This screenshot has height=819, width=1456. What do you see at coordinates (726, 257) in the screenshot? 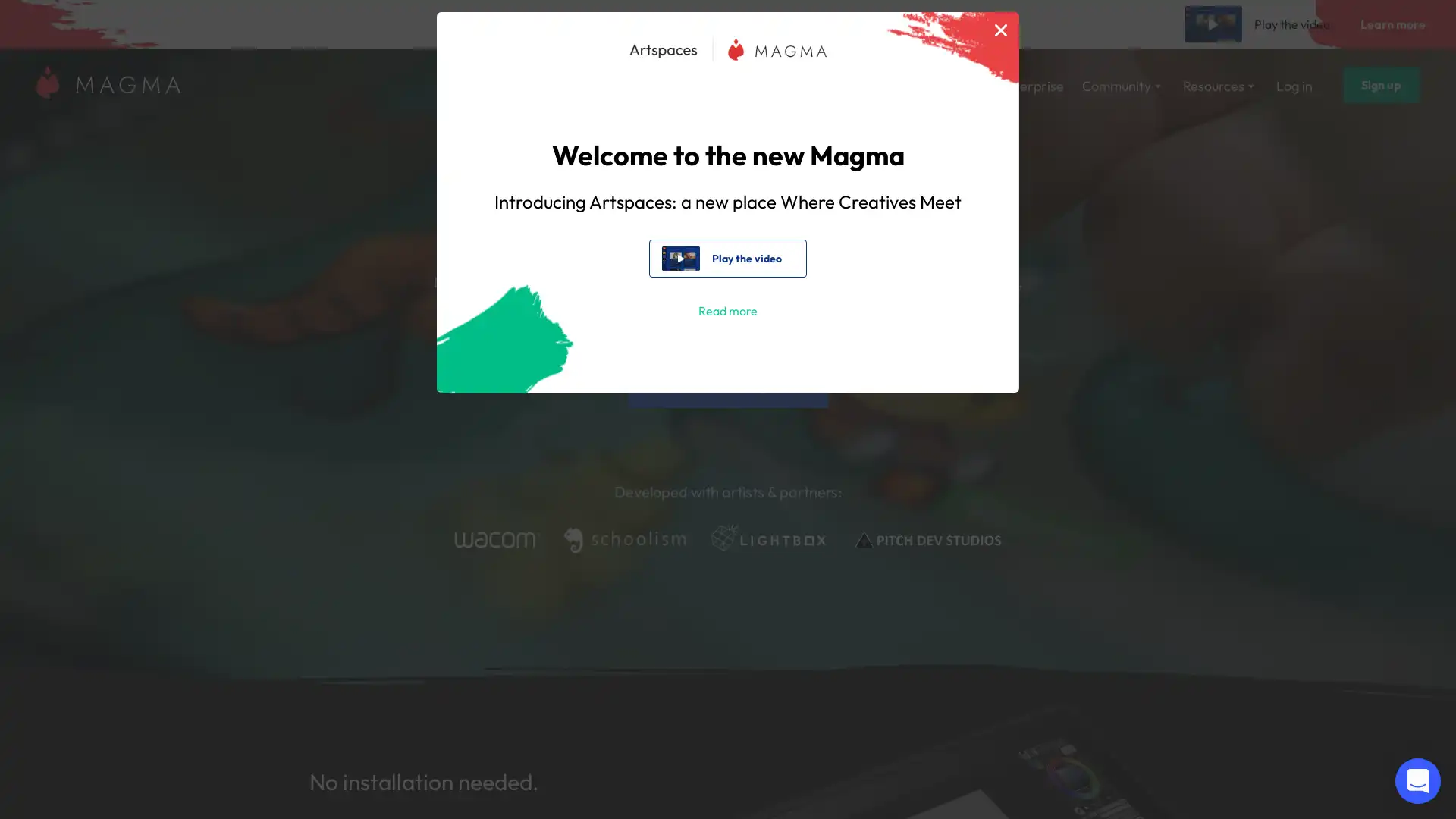
I see `Play the video` at bounding box center [726, 257].